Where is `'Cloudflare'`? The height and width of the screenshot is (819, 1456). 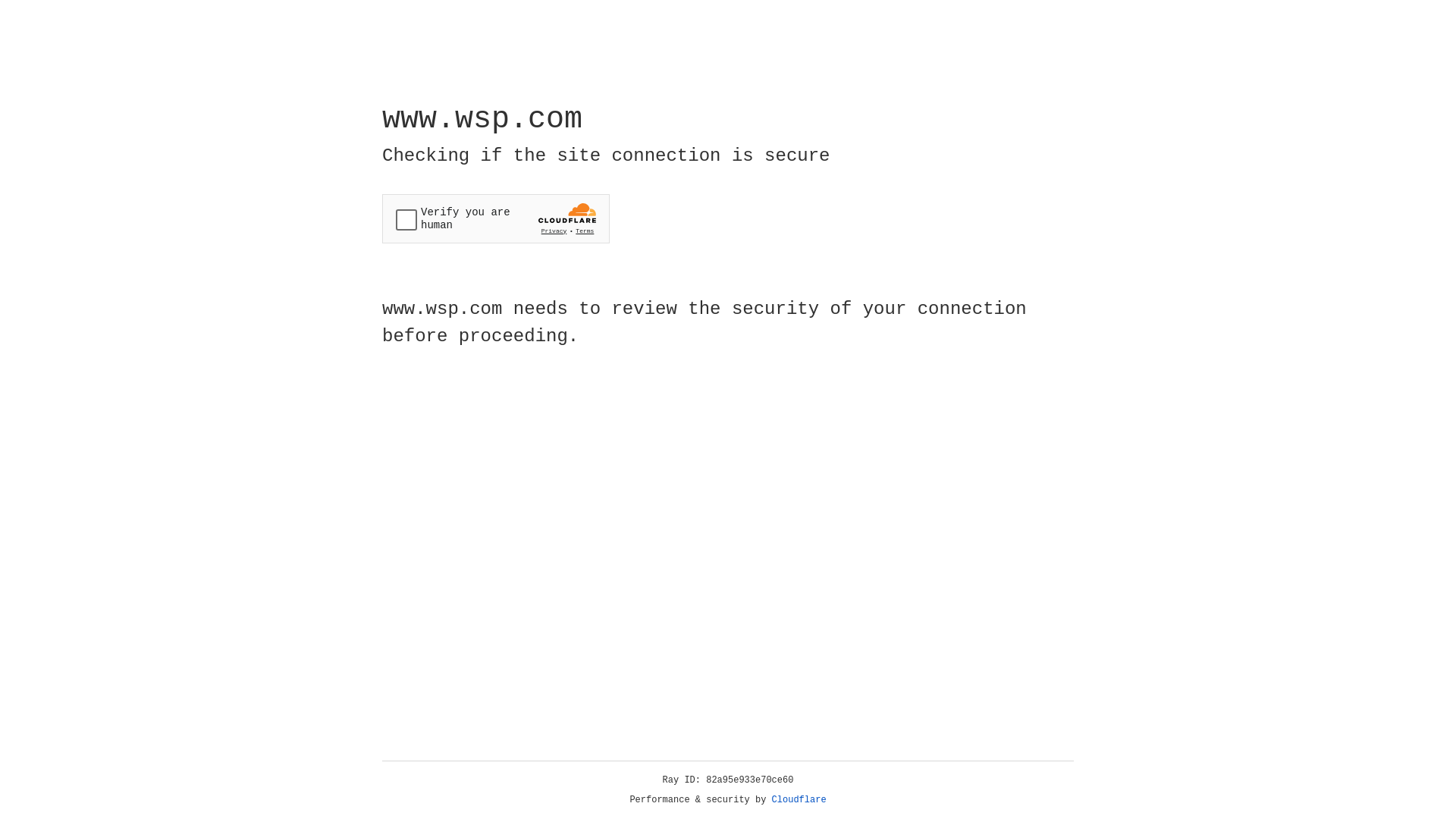 'Cloudflare' is located at coordinates (799, 799).